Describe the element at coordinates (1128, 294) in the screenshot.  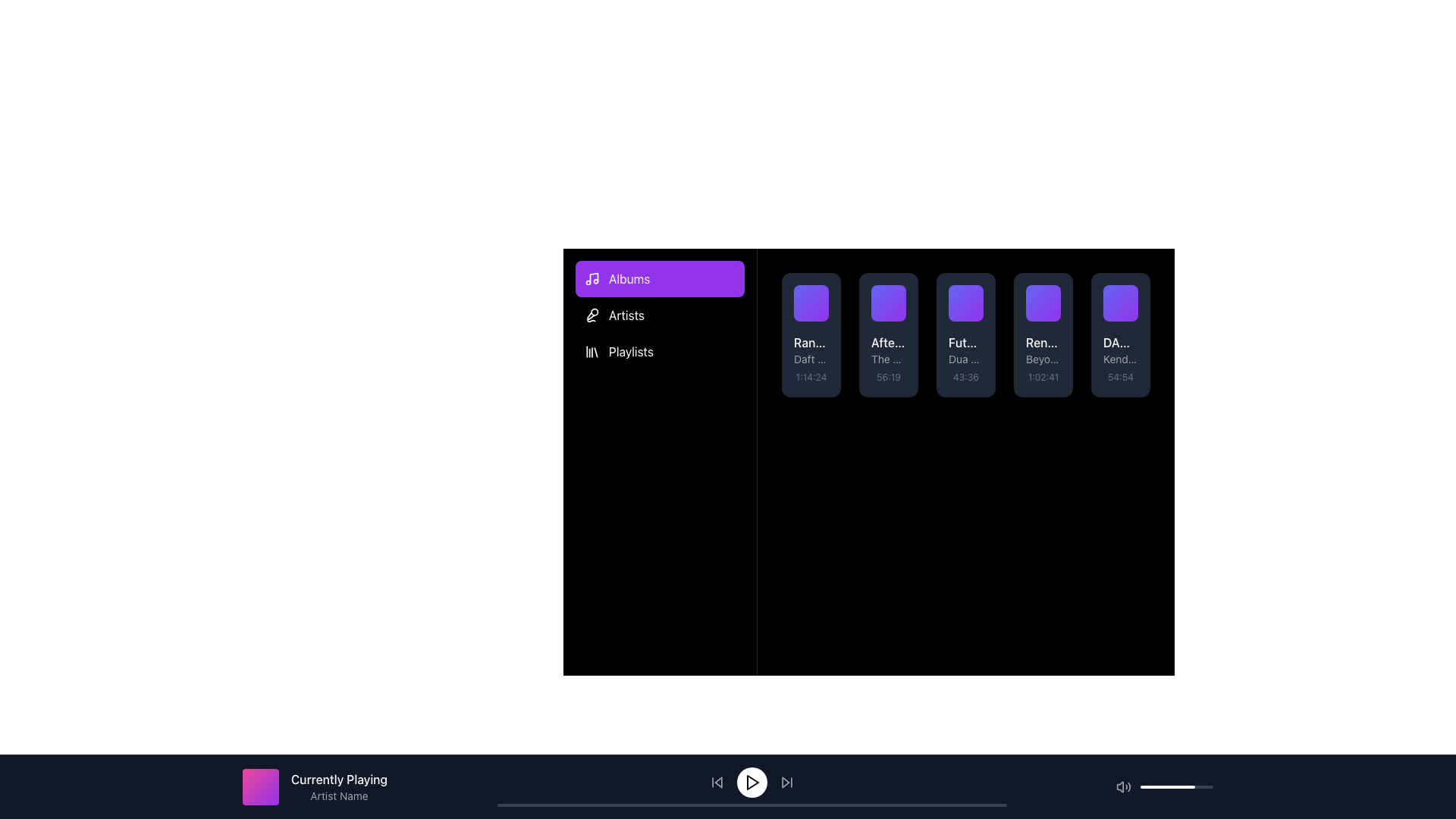
I see `the heart-shaped icon located in the top-right corner of the fifth widget from the left to favorite the album` at that location.